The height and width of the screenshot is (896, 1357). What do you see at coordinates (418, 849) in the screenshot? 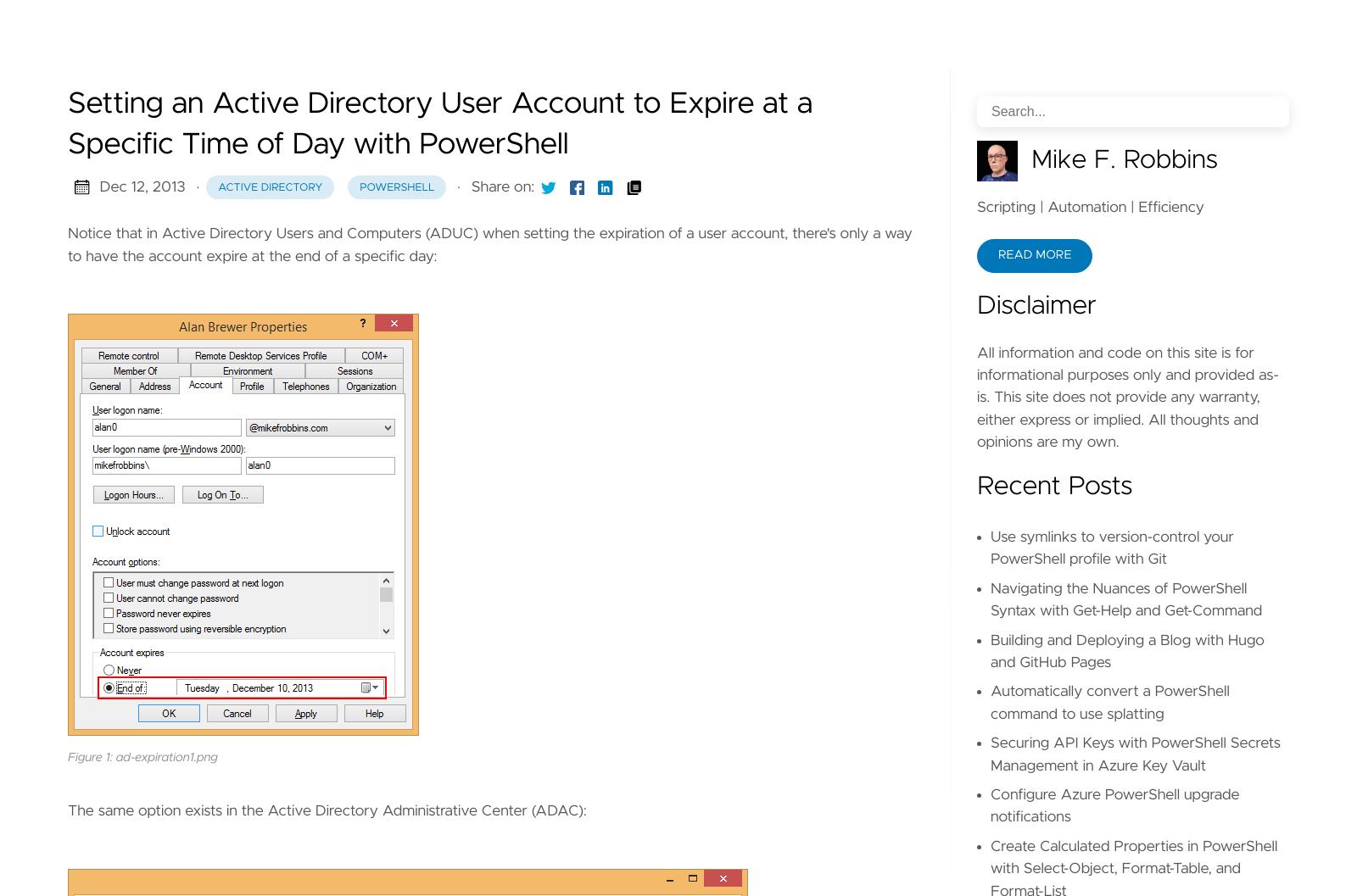
I see `'-DateTime'` at bounding box center [418, 849].